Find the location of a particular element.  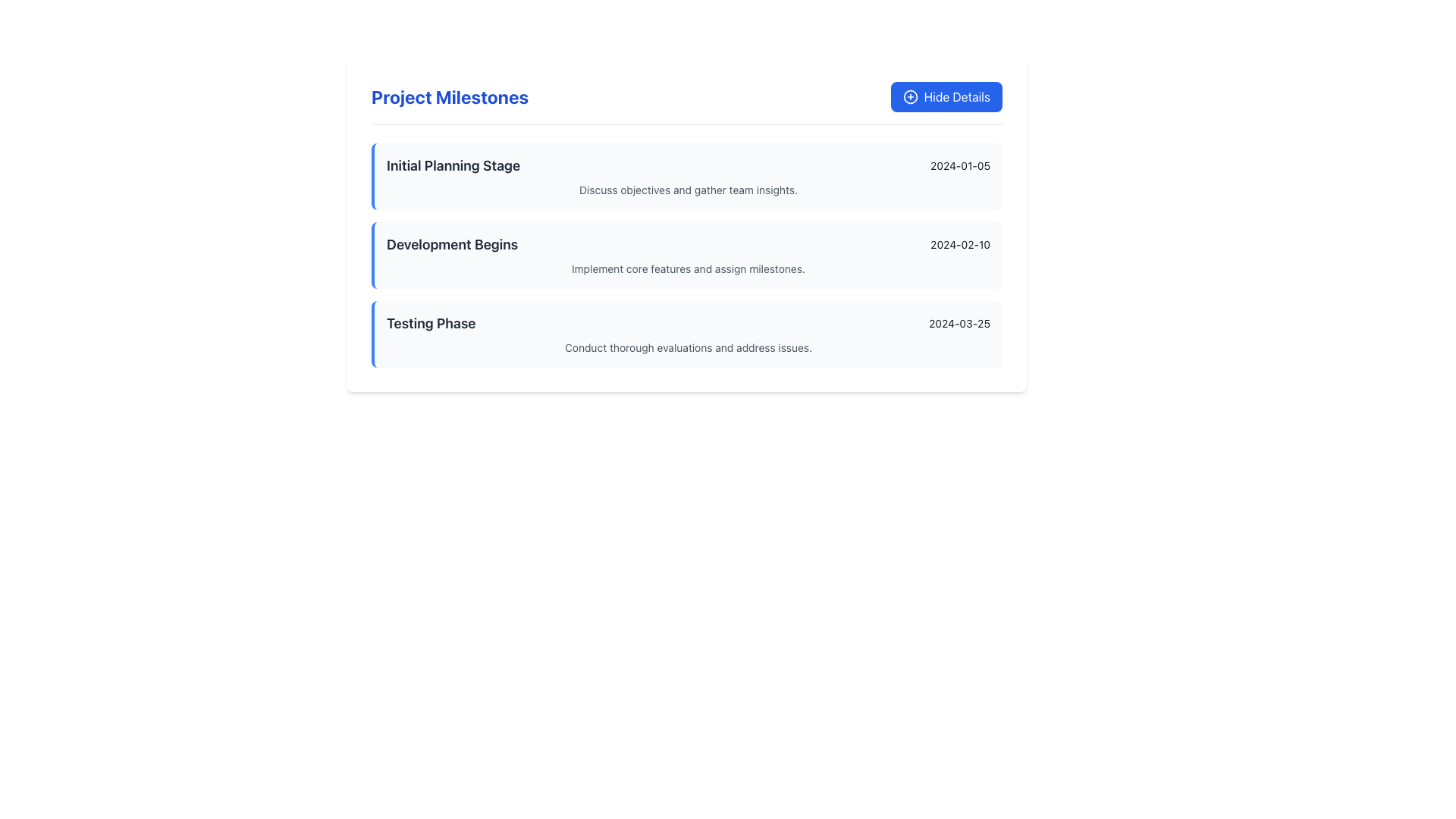

the text label displaying '2024-02-10' which is positioned to the far right of 'Development Begins' in the 'Project Milestones' section is located at coordinates (959, 244).